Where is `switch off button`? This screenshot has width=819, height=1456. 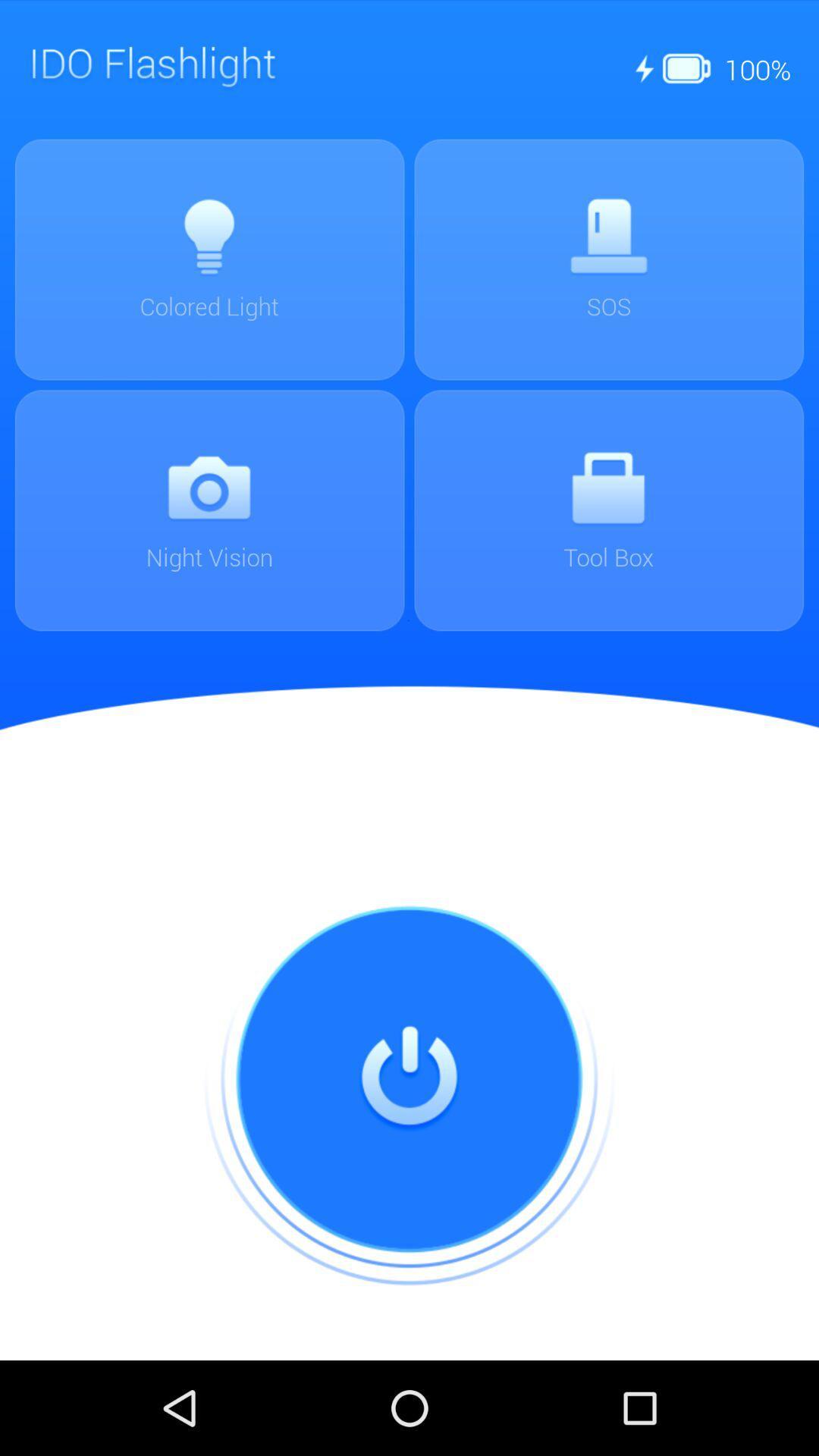
switch off button is located at coordinates (409, 1079).